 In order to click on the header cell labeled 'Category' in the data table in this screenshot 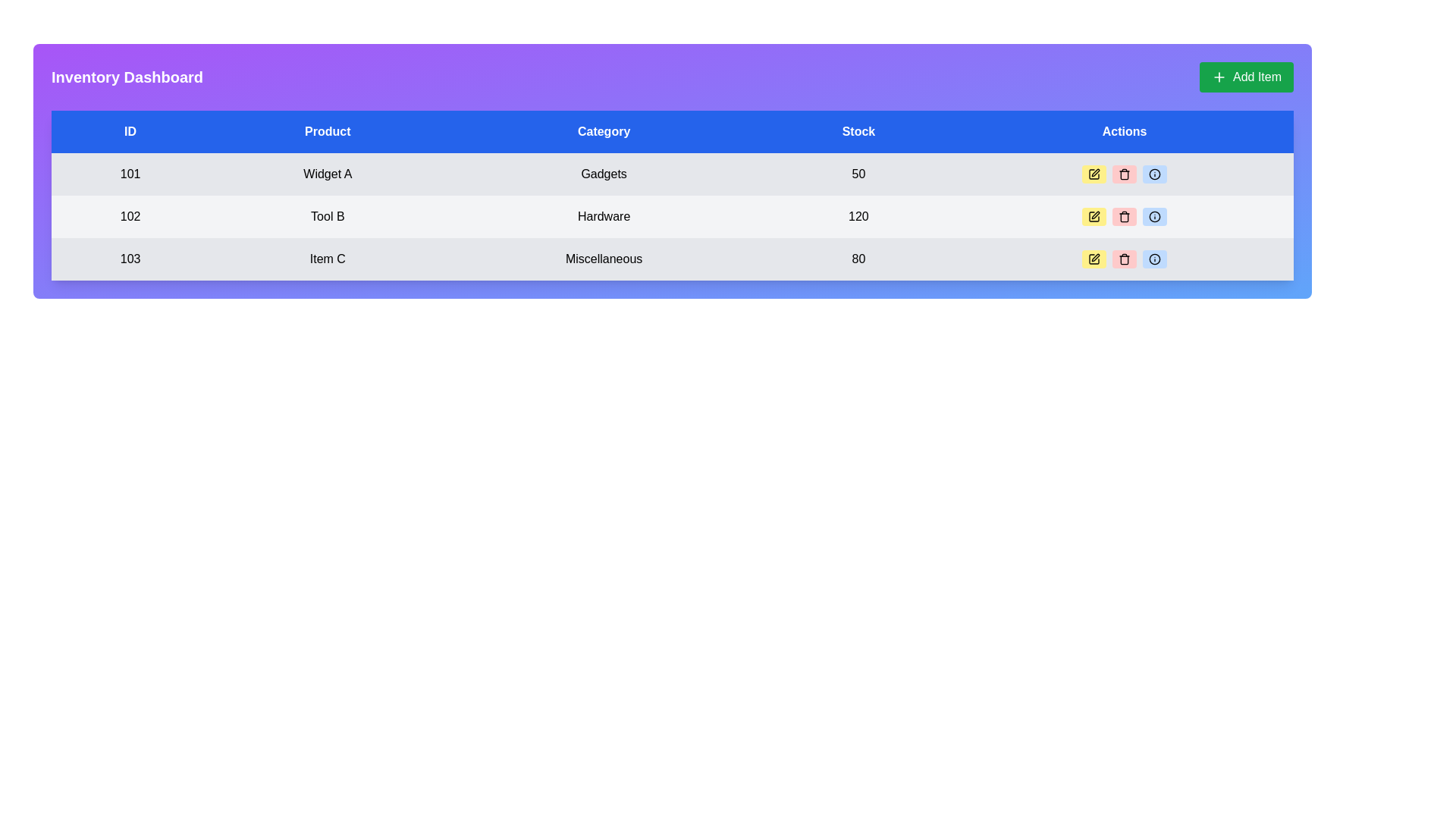, I will do `click(603, 130)`.